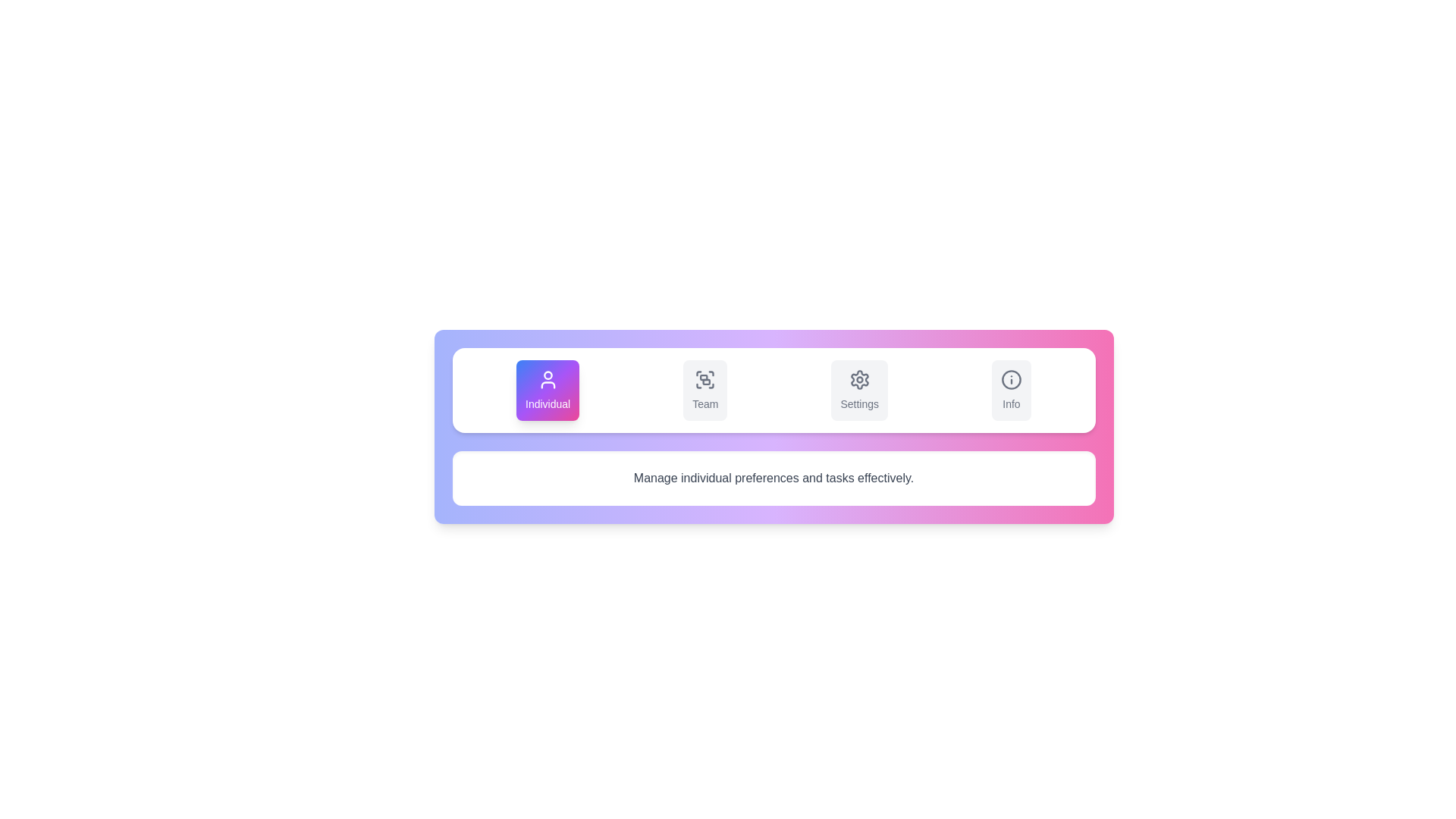 Image resolution: width=1456 pixels, height=819 pixels. Describe the element at coordinates (773, 479) in the screenshot. I see `the static text displaying 'Manage individual preferences and tasks effectively.' which is centrally positioned below the header buttons 'Individual', 'Team', 'Settings', and 'Info'` at that location.